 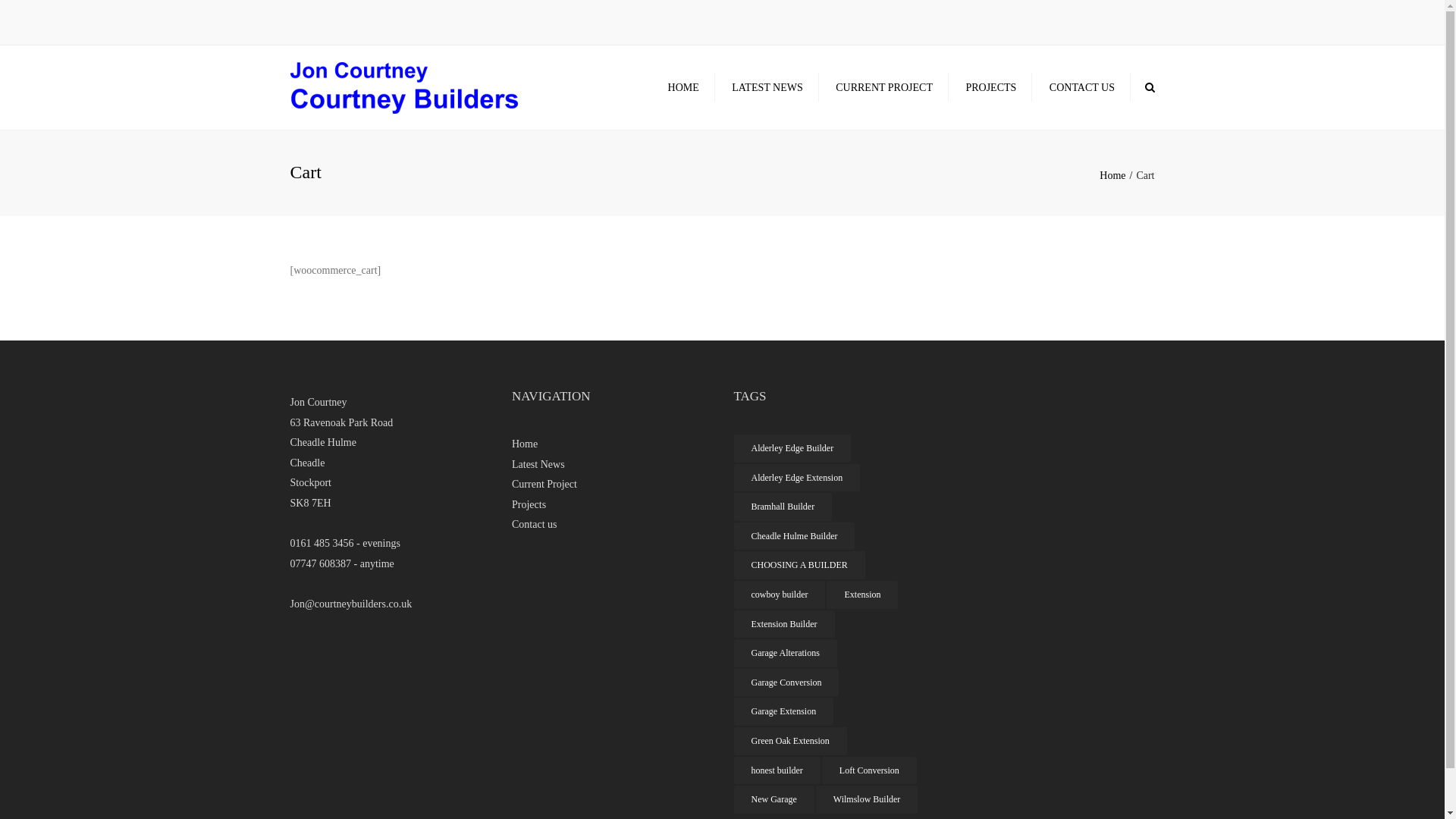 I want to click on 'Garage Extension', so click(x=783, y=711).